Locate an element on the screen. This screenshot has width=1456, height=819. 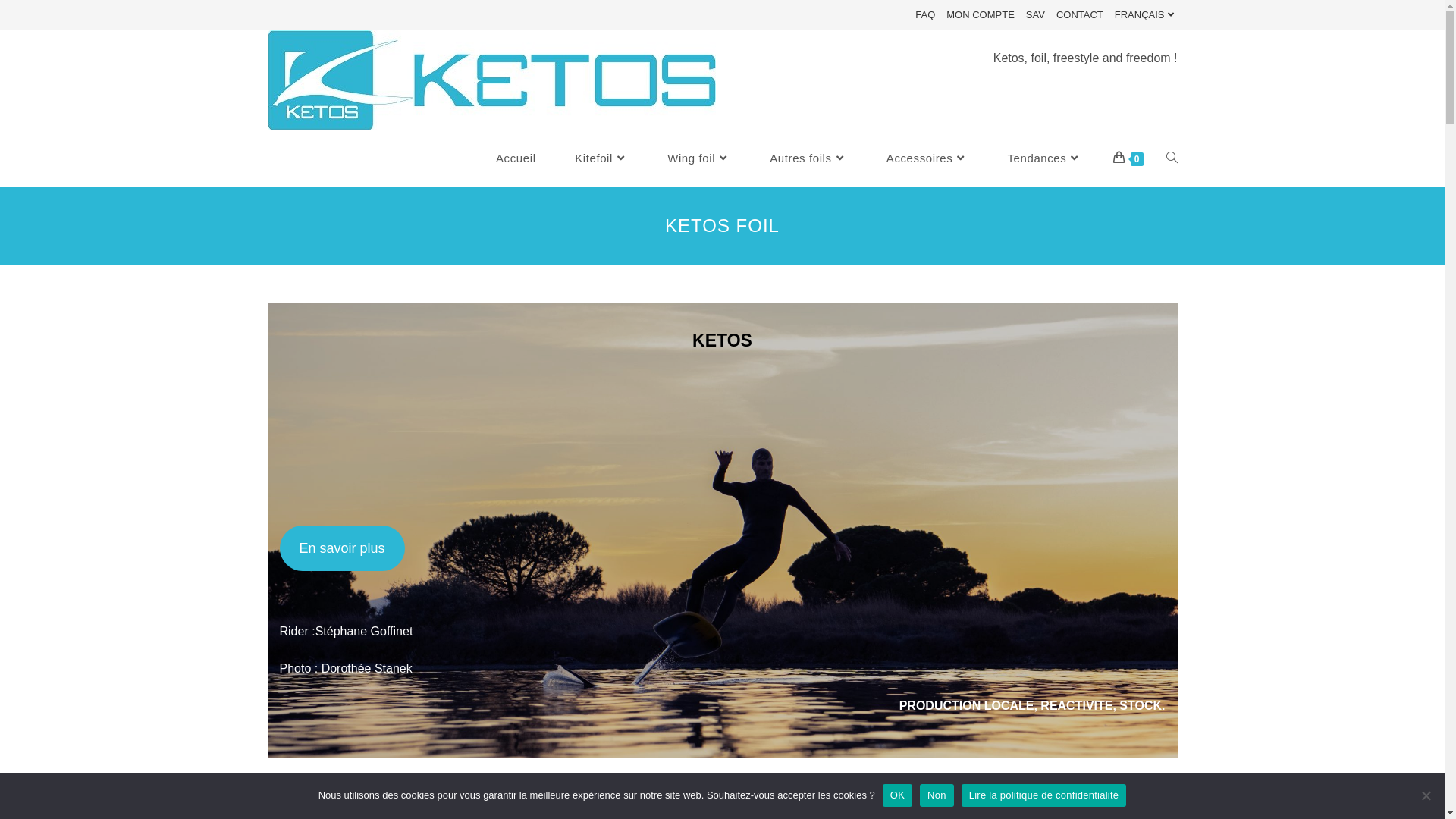
'Non' is located at coordinates (919, 795).